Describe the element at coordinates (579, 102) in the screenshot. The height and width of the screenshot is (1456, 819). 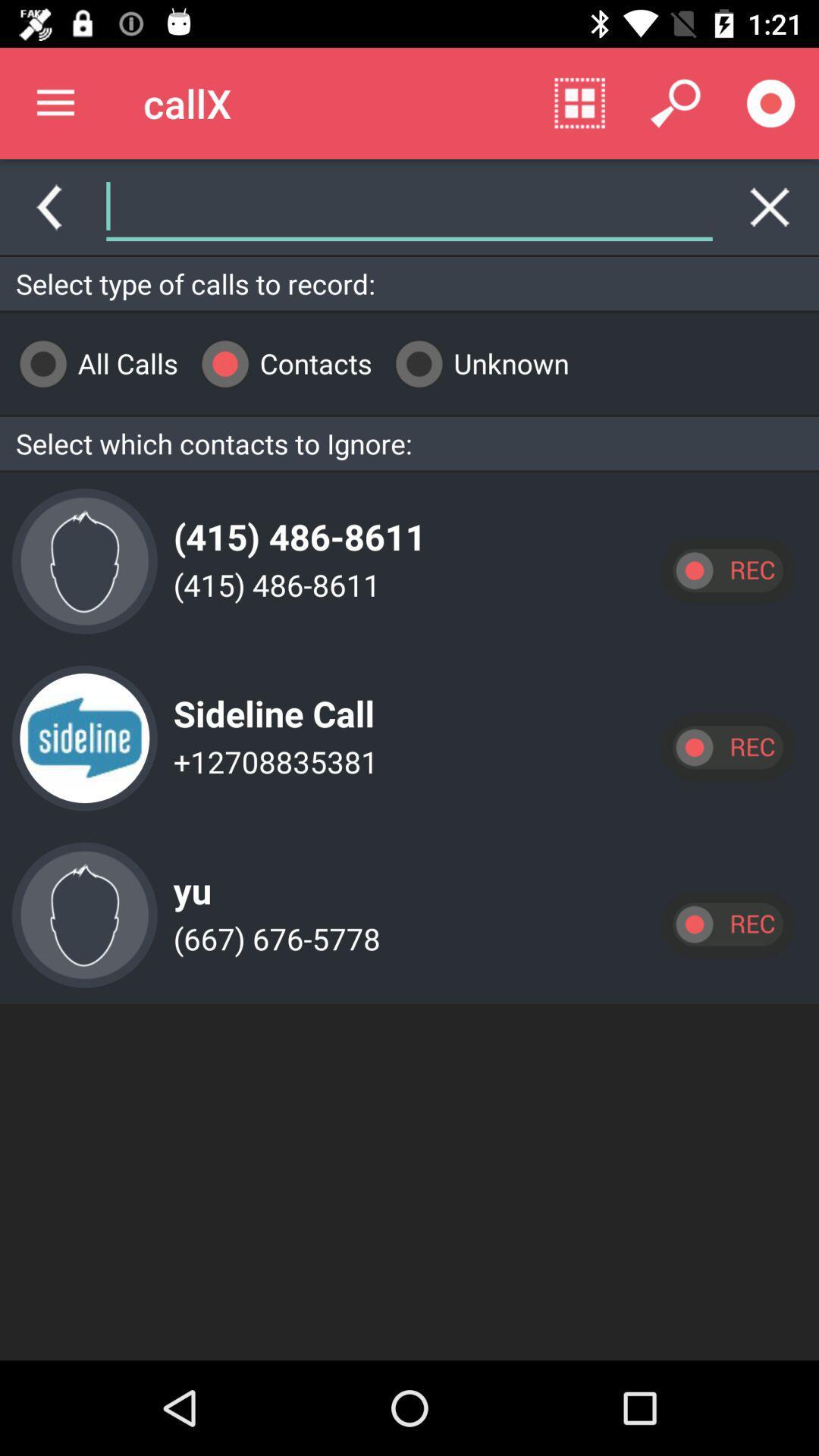
I see `item to the right of the favorites app` at that location.